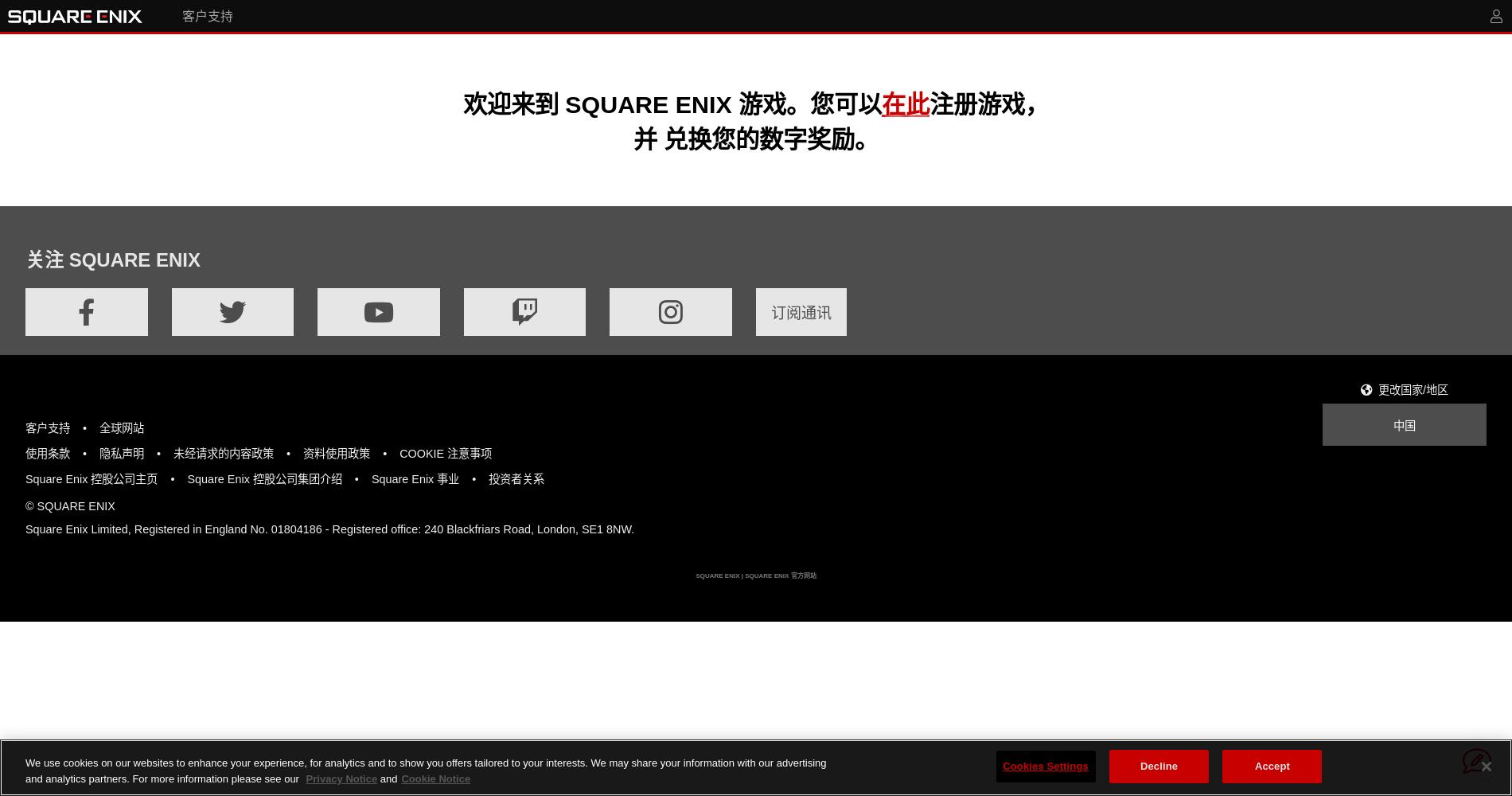 This screenshot has height=796, width=1512. I want to click on 'COOKIE 注意事项', so click(445, 453).